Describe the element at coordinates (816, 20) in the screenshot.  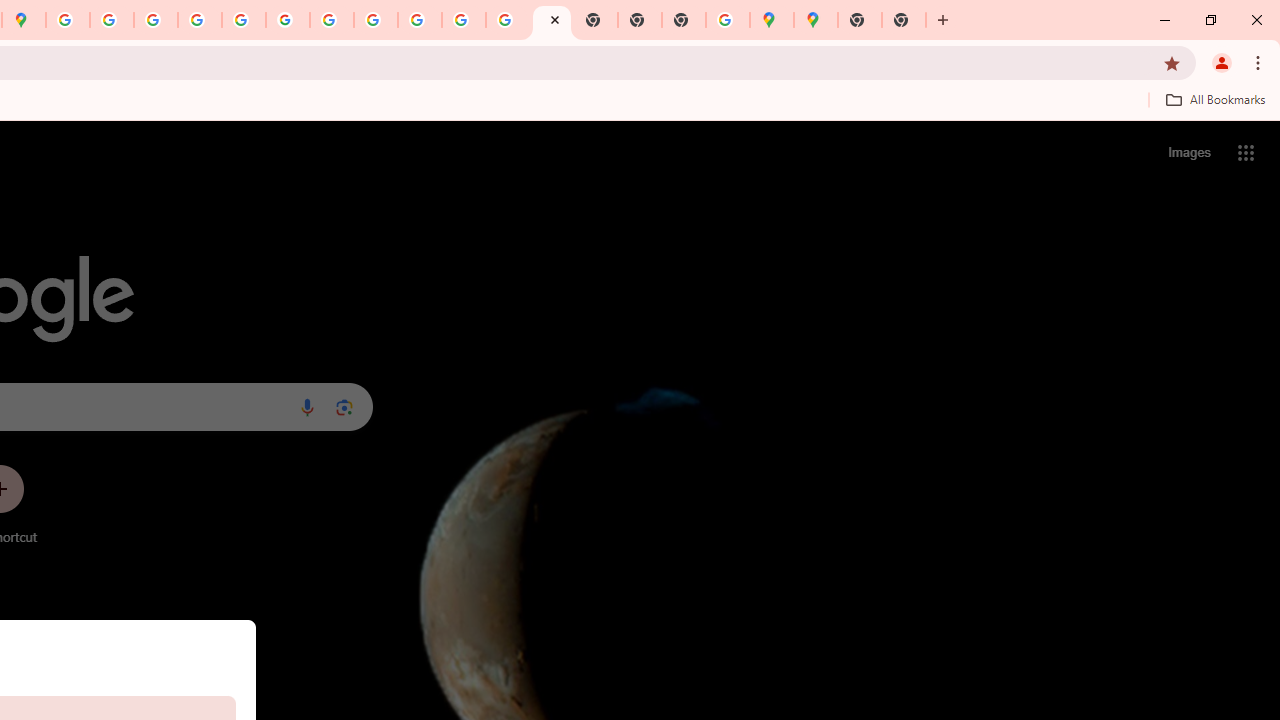
I see `'Google Maps'` at that location.